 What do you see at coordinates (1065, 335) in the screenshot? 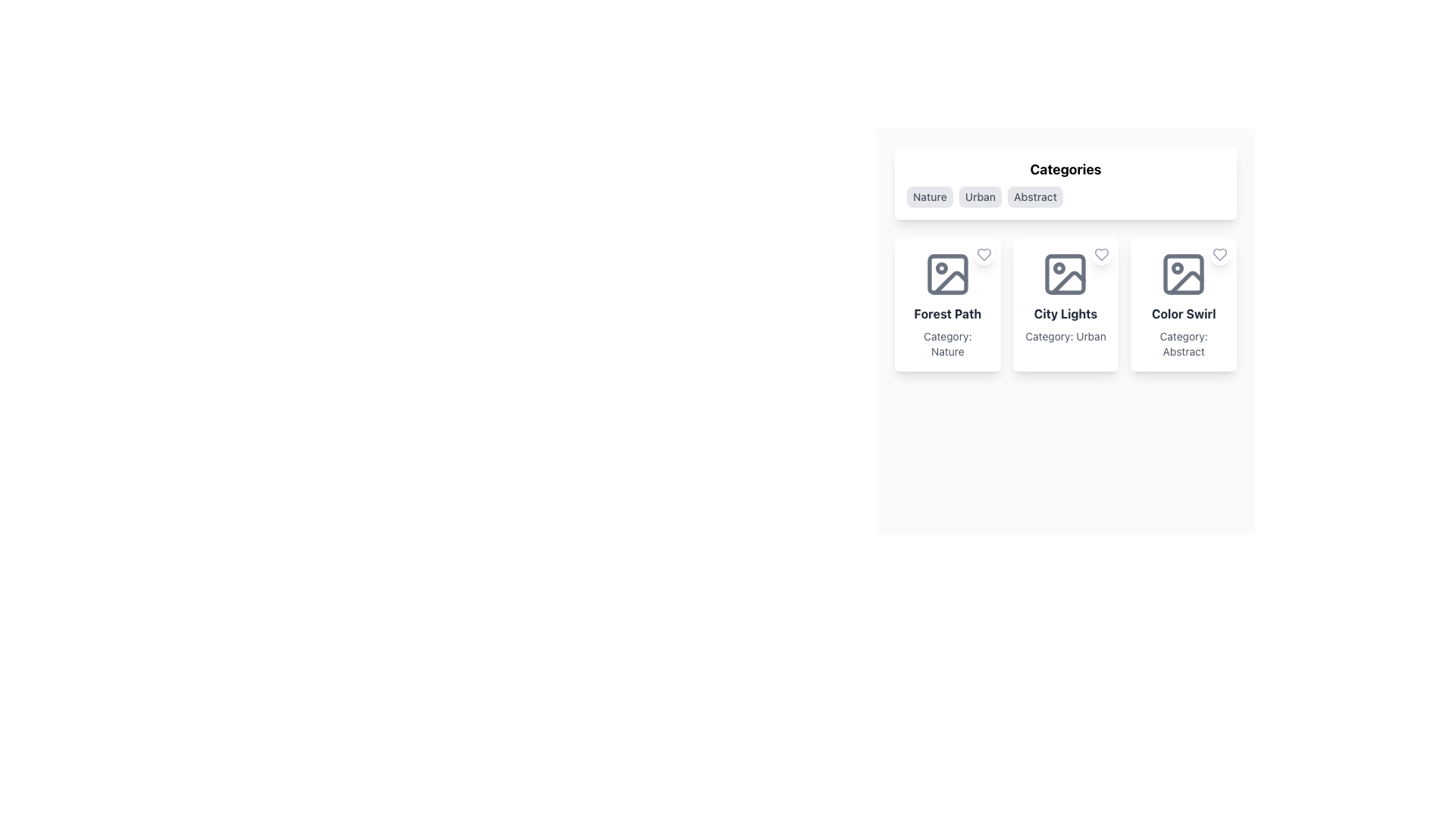
I see `the text element that indicates the category 'Urban' for the 'City Lights' item, which is positioned below the 'City Lights' title in the card` at bounding box center [1065, 335].